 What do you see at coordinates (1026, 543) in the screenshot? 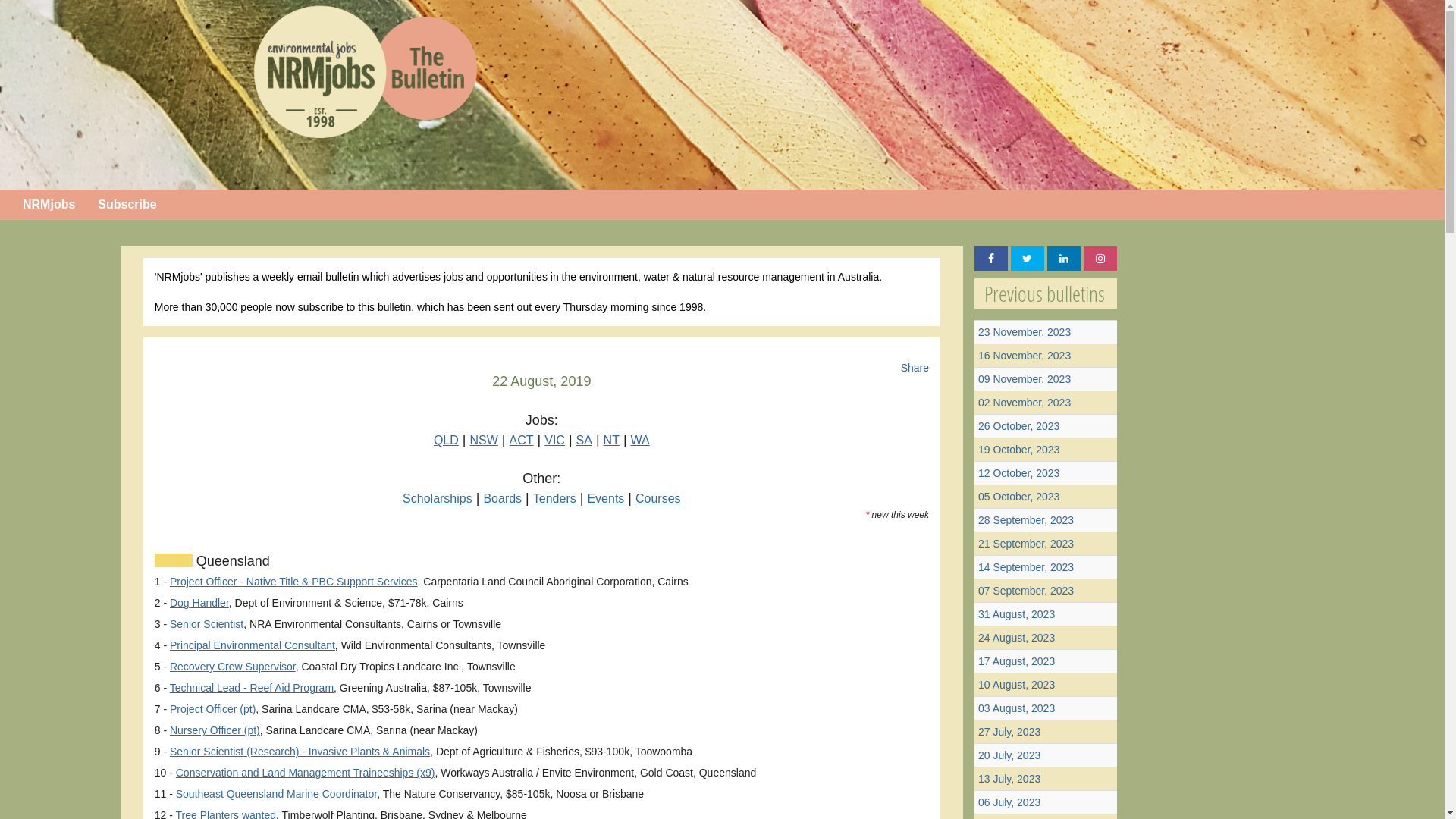
I see `'21 September, 2023'` at bounding box center [1026, 543].